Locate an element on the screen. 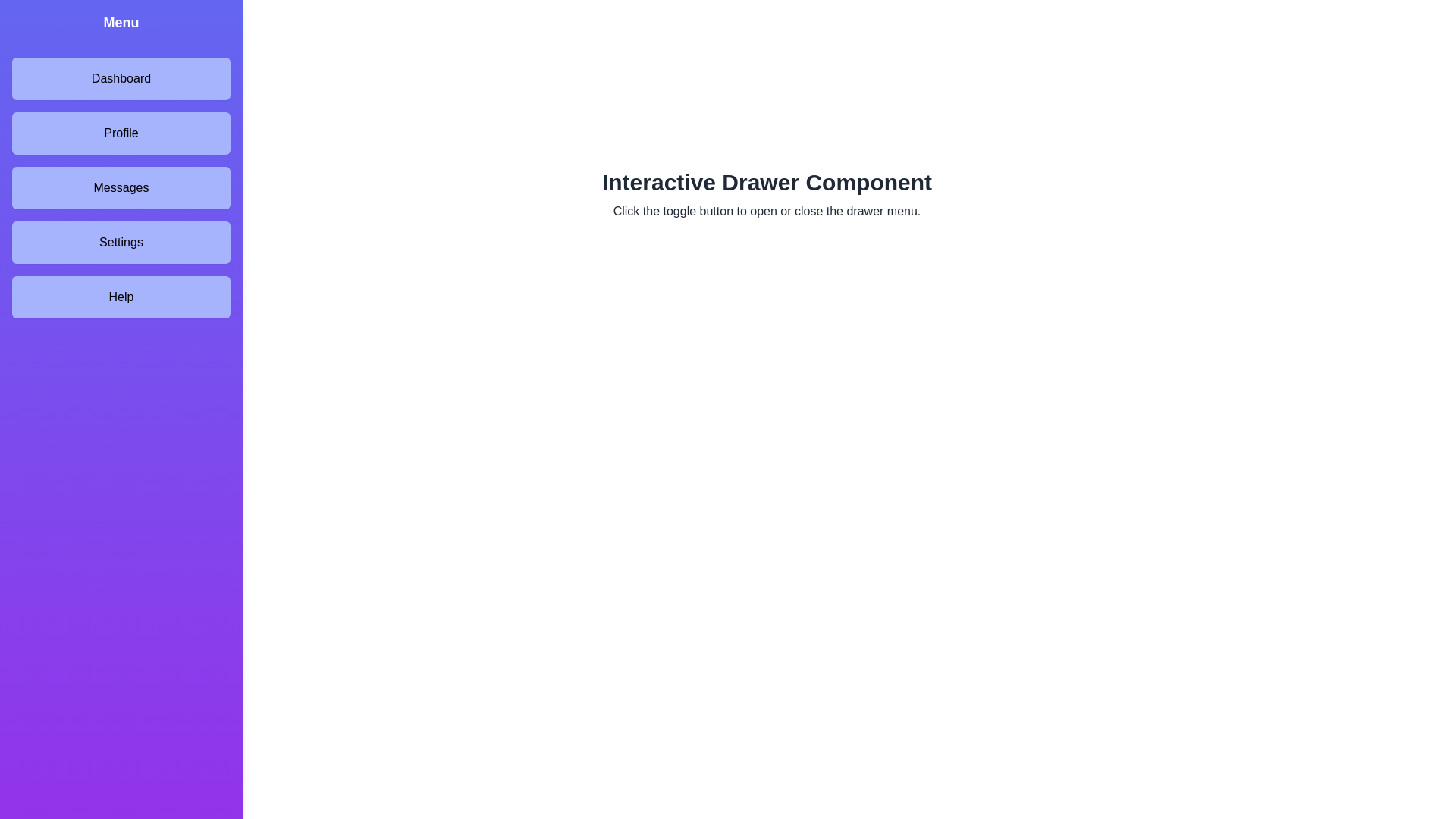 The height and width of the screenshot is (819, 1456). the menu item labeled Profile is located at coordinates (120, 133).